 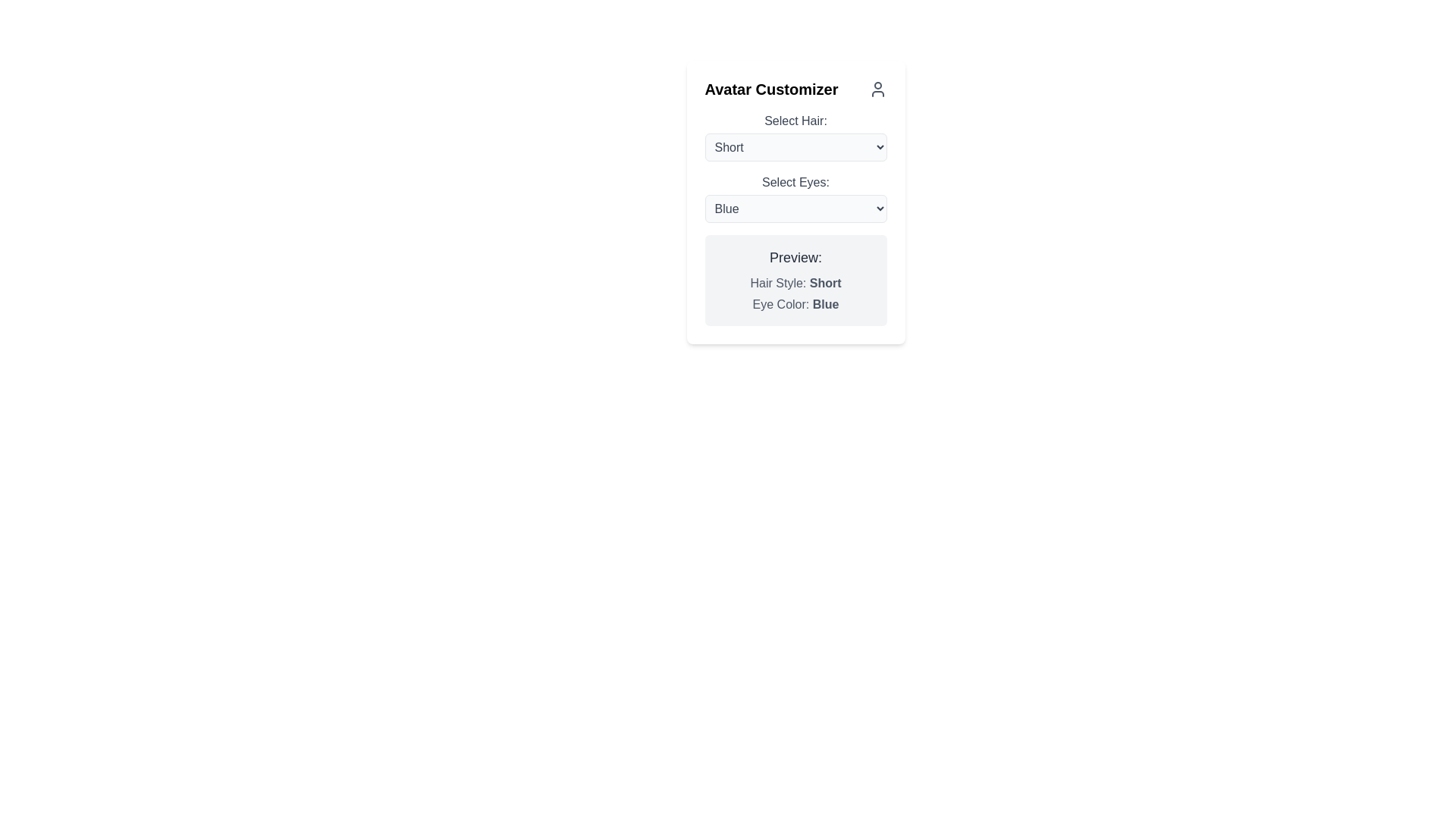 I want to click on the text label reading 'Preview:' which is styled in a larger bold font and appears in dark gray, located near the middle right of the interface, to possibly reveal more details, so click(x=795, y=256).